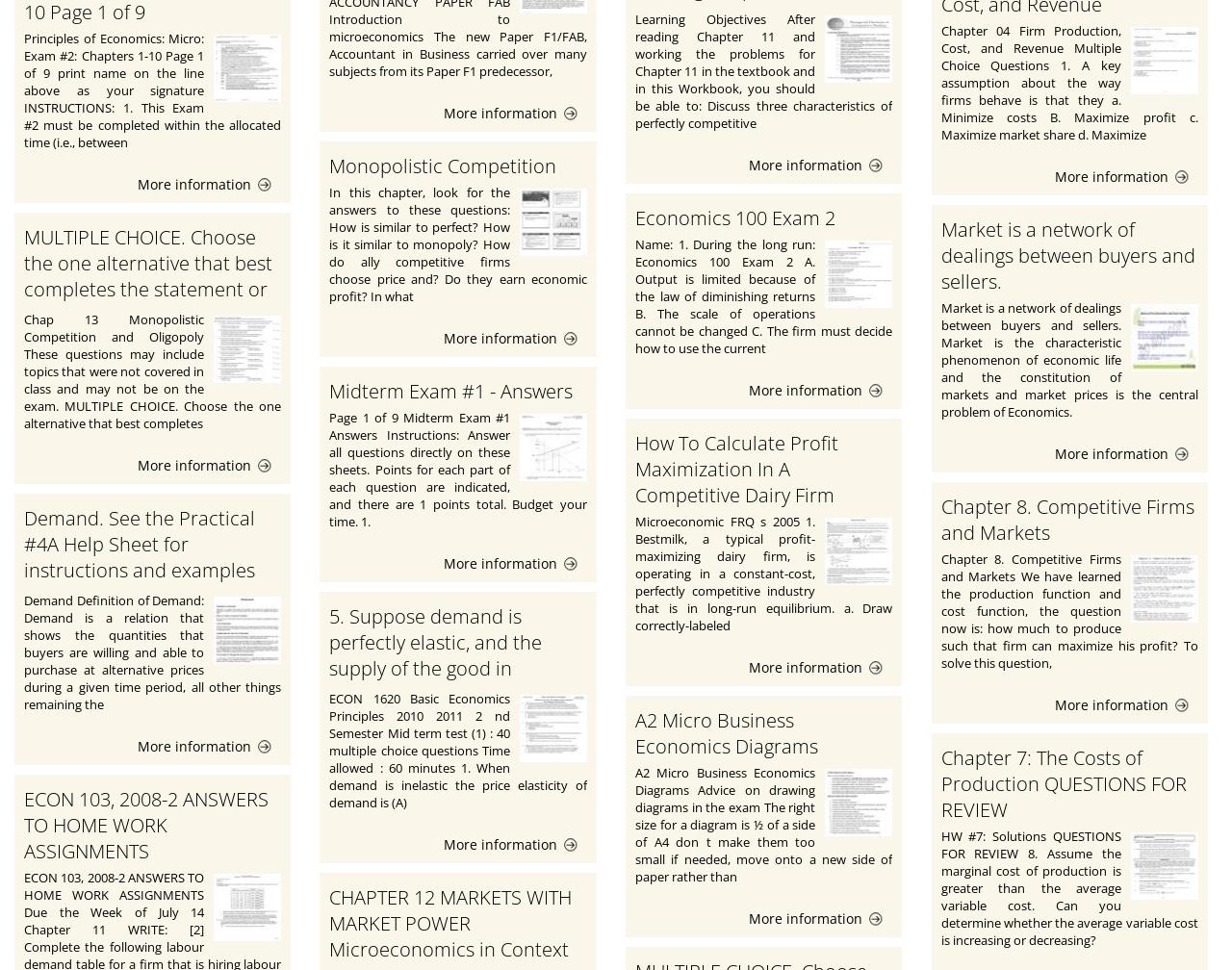 This screenshot has width=1232, height=970. I want to click on 'Market is a network of dealings between buyers and sellers.', so click(940, 254).